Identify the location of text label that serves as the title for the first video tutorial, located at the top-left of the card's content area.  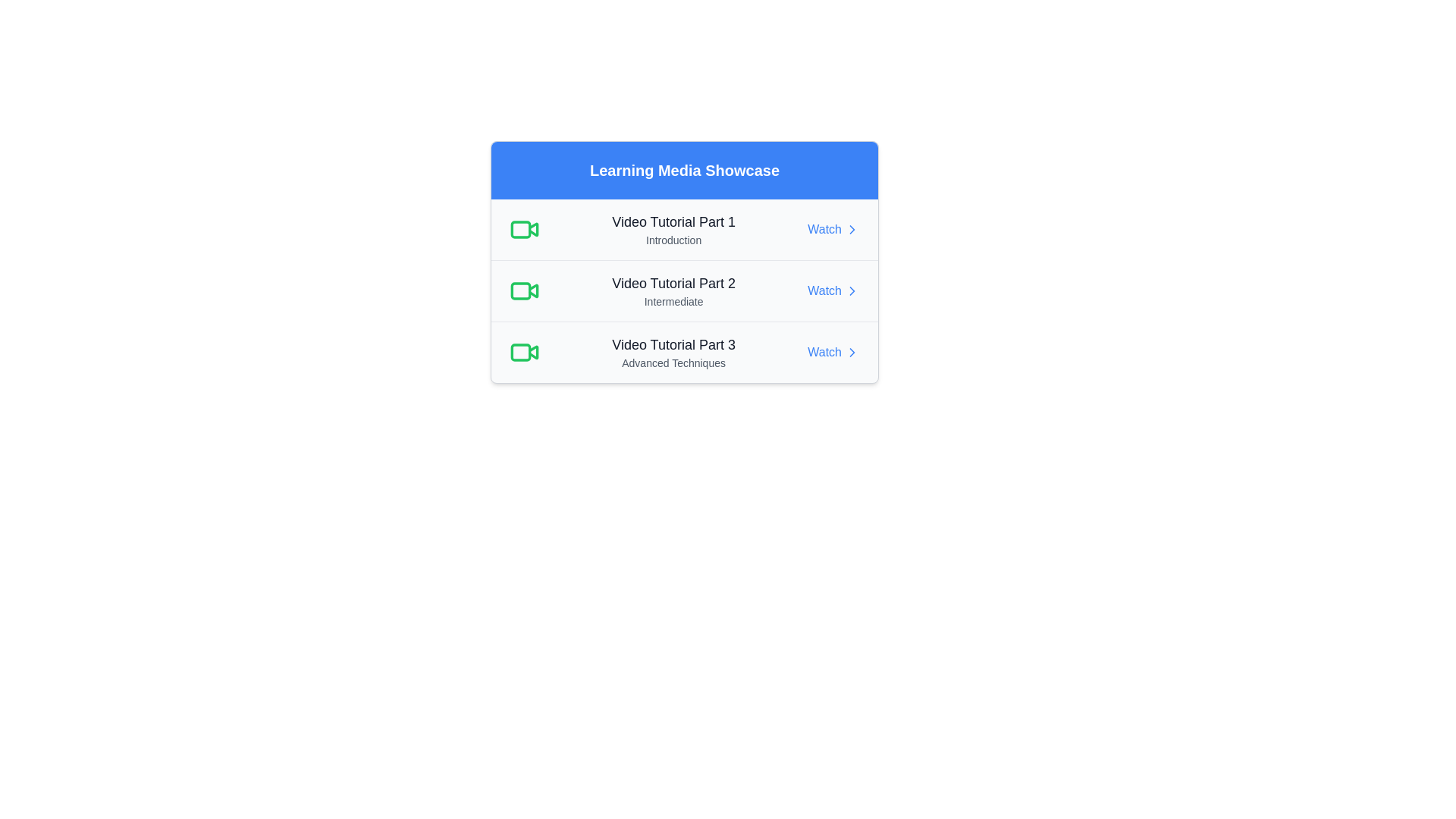
(673, 222).